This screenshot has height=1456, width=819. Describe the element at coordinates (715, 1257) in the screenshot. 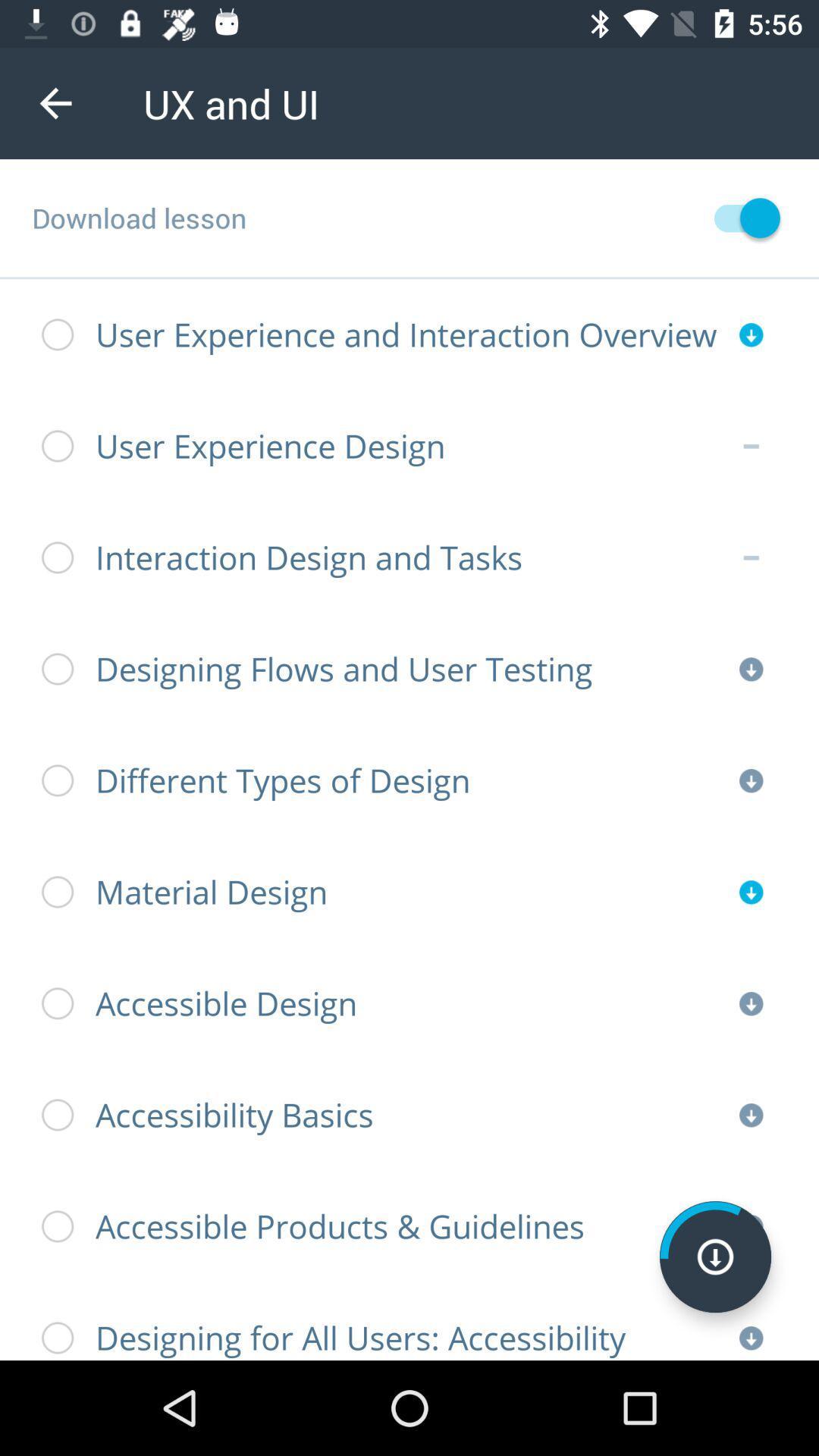

I see `the file_download icon` at that location.